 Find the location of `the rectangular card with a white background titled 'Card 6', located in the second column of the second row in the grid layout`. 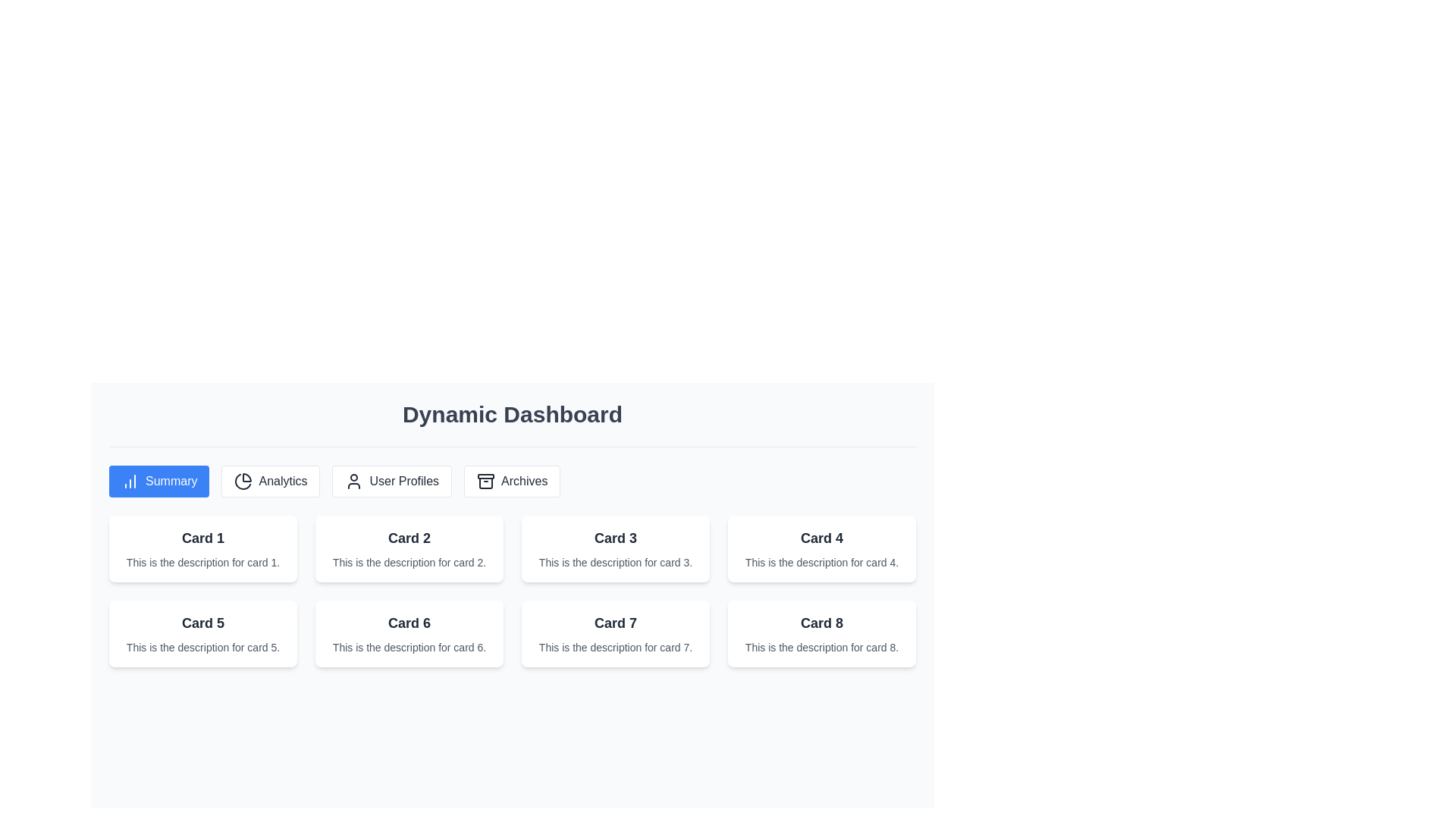

the rectangular card with a white background titled 'Card 6', located in the second column of the second row in the grid layout is located at coordinates (409, 634).